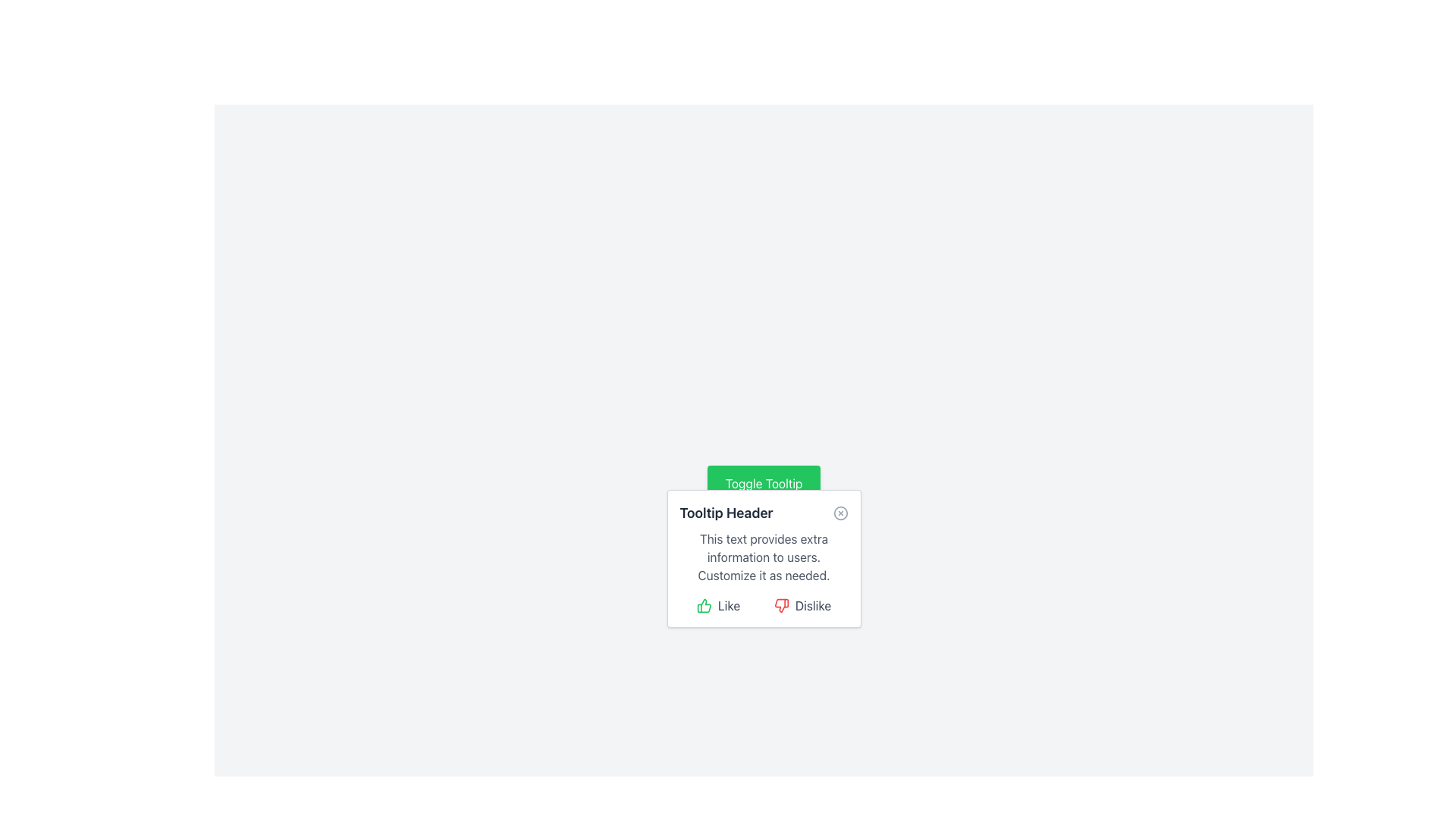 This screenshot has height=819, width=1456. Describe the element at coordinates (781, 604) in the screenshot. I see `the disapprove icon located at the bottom section of the tooltip, positioned next to the 'Dislike' label and opposite the 'Like' icon` at that location.